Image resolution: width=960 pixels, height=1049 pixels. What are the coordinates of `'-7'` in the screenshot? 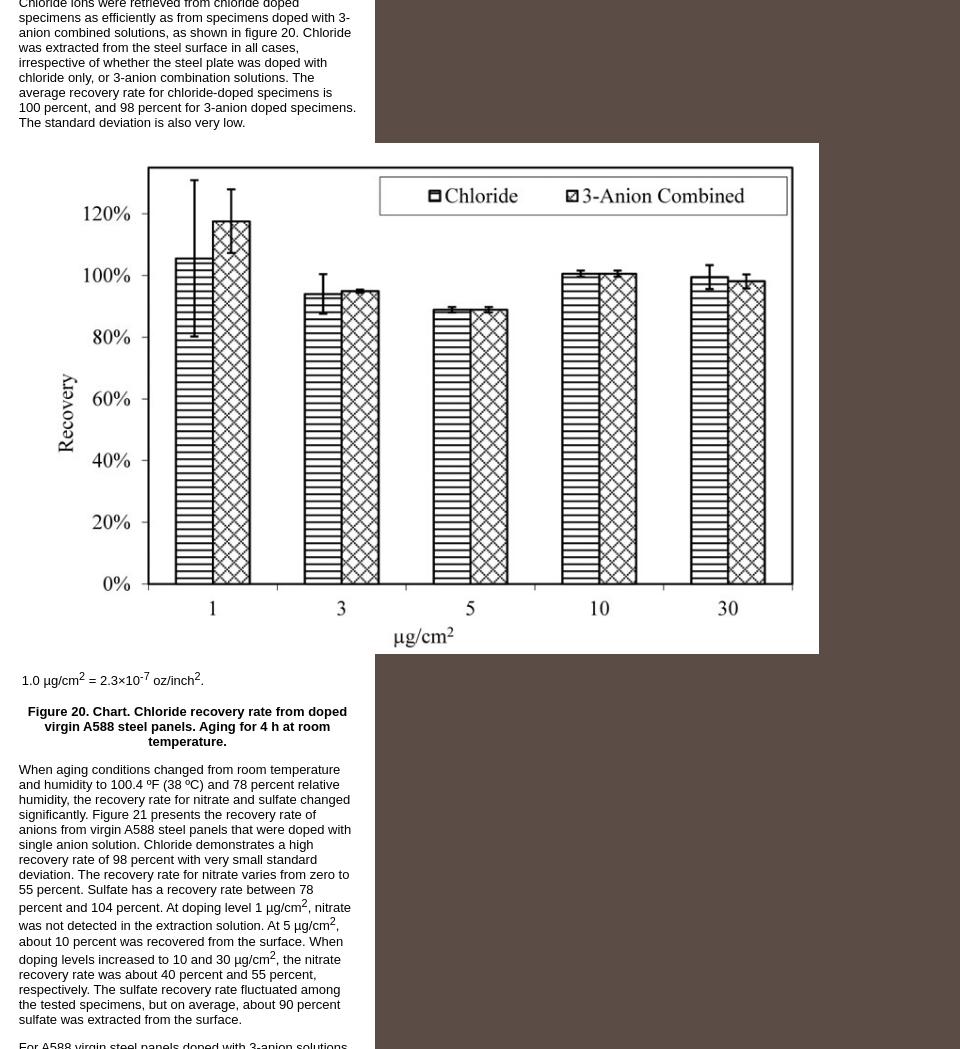 It's located at (143, 674).